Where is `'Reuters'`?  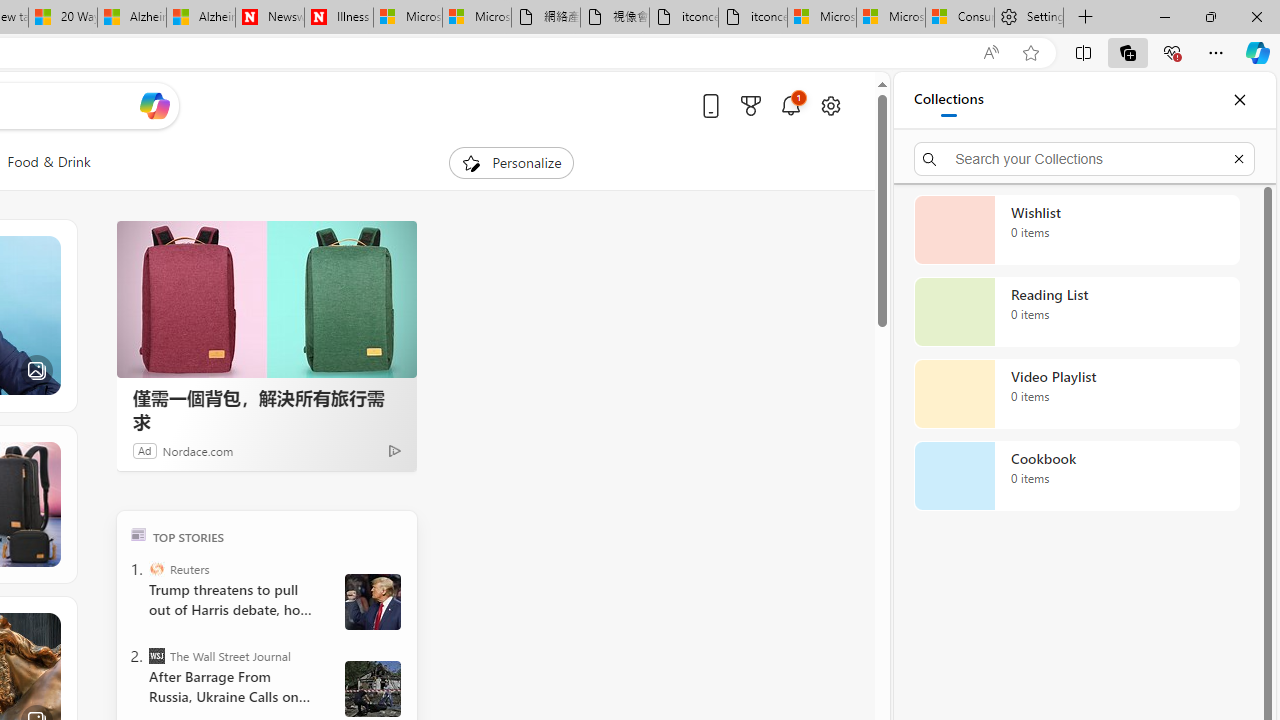
'Reuters' is located at coordinates (155, 568).